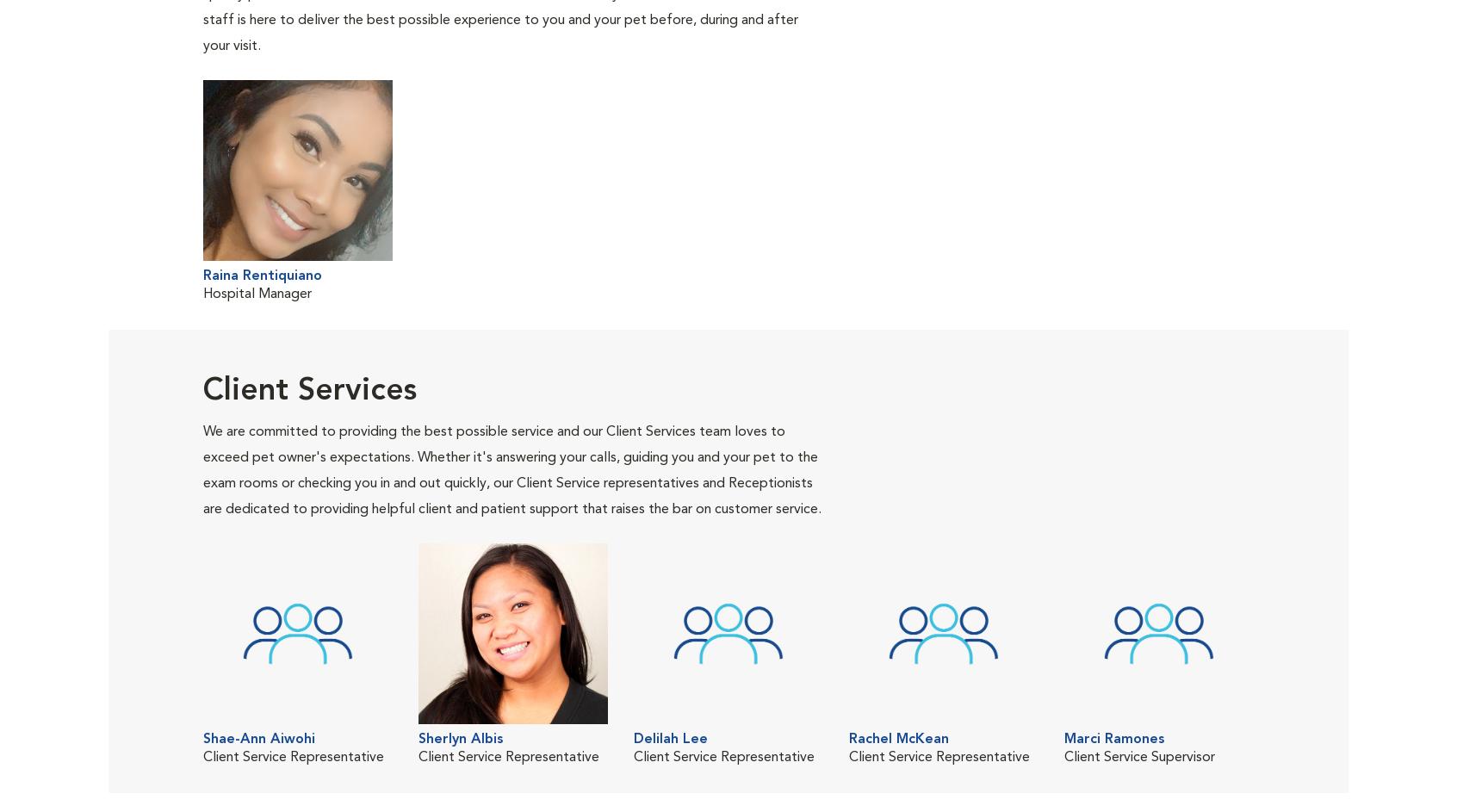 This screenshot has width=1457, height=812. Describe the element at coordinates (1113, 739) in the screenshot. I see `'Marci Ramones'` at that location.